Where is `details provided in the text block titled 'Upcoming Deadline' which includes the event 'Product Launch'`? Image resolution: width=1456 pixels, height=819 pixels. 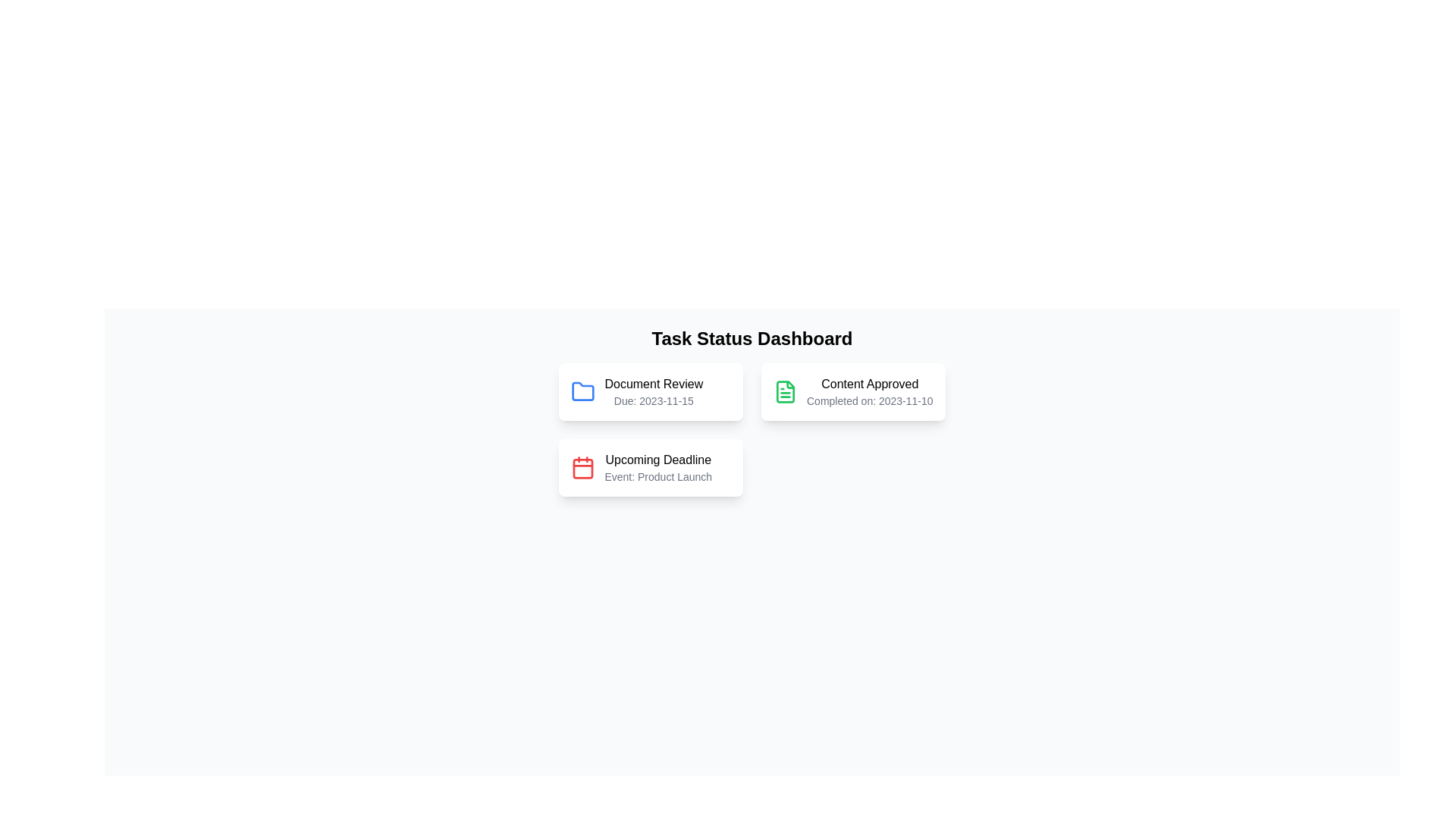 details provided in the text block titled 'Upcoming Deadline' which includes the event 'Product Launch' is located at coordinates (658, 467).